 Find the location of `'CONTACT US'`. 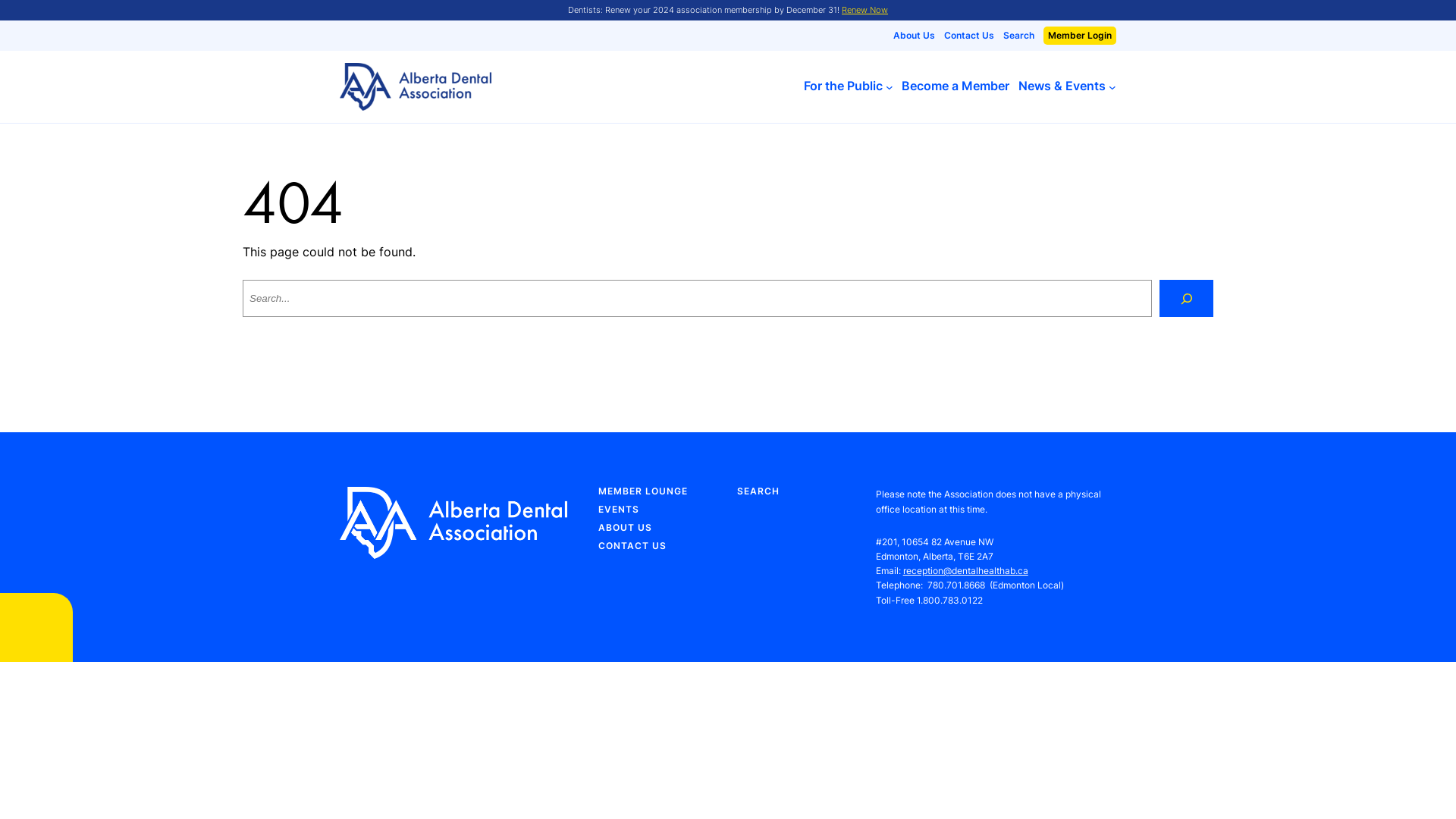

'CONTACT US' is located at coordinates (632, 546).